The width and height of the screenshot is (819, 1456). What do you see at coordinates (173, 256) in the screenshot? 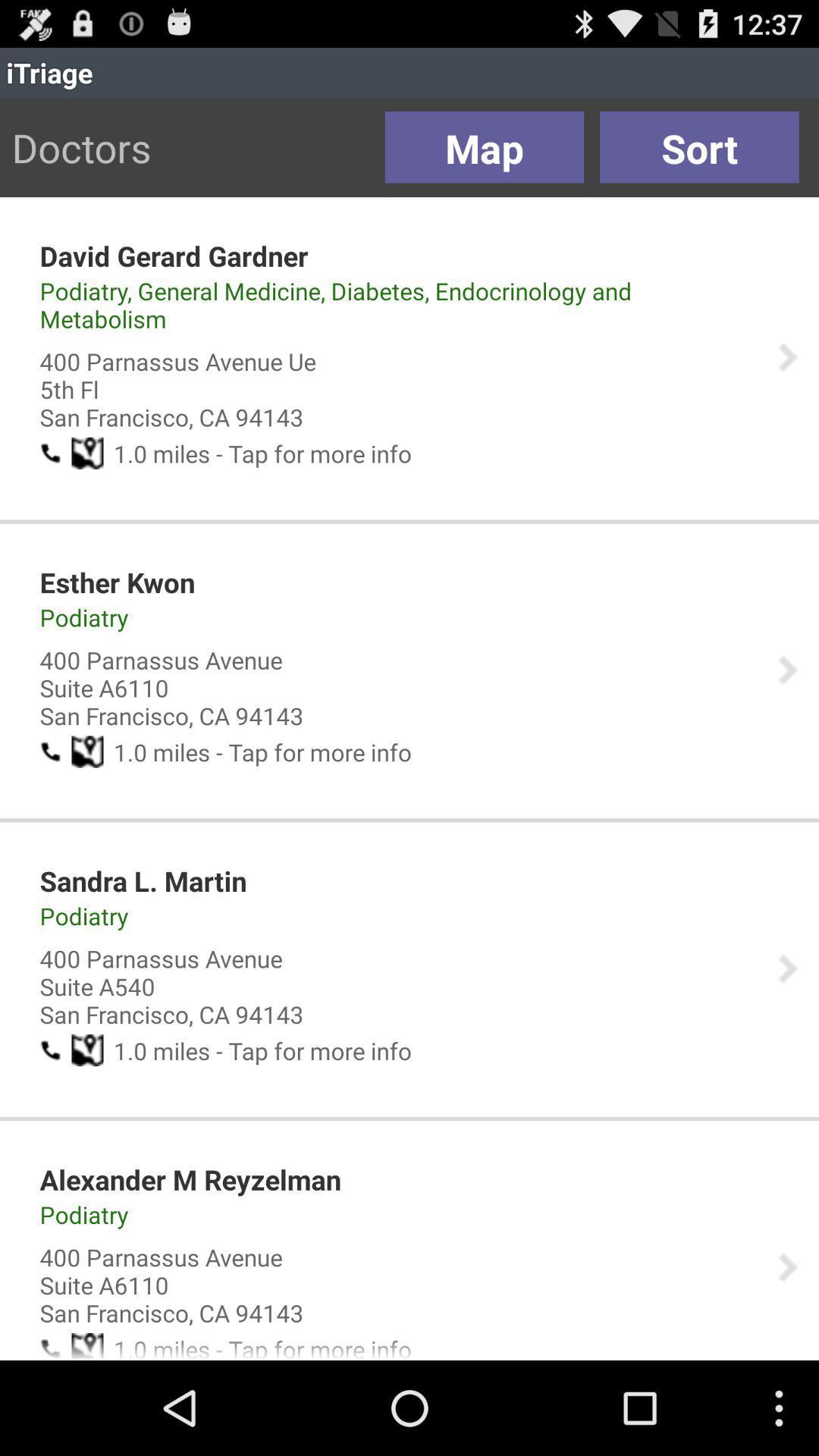
I see `the david gerard gardner` at bounding box center [173, 256].